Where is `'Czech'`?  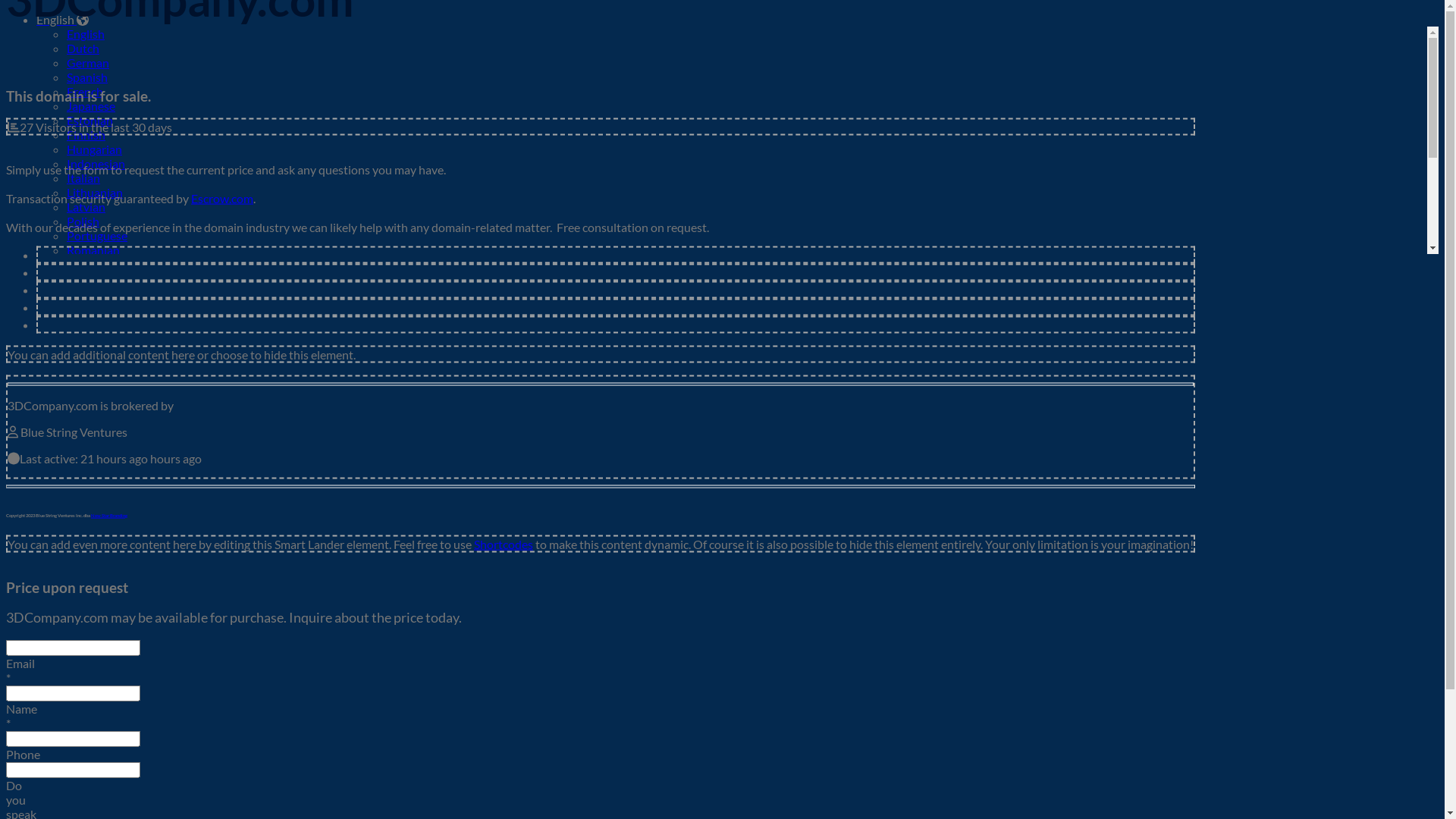
'Czech' is located at coordinates (82, 378).